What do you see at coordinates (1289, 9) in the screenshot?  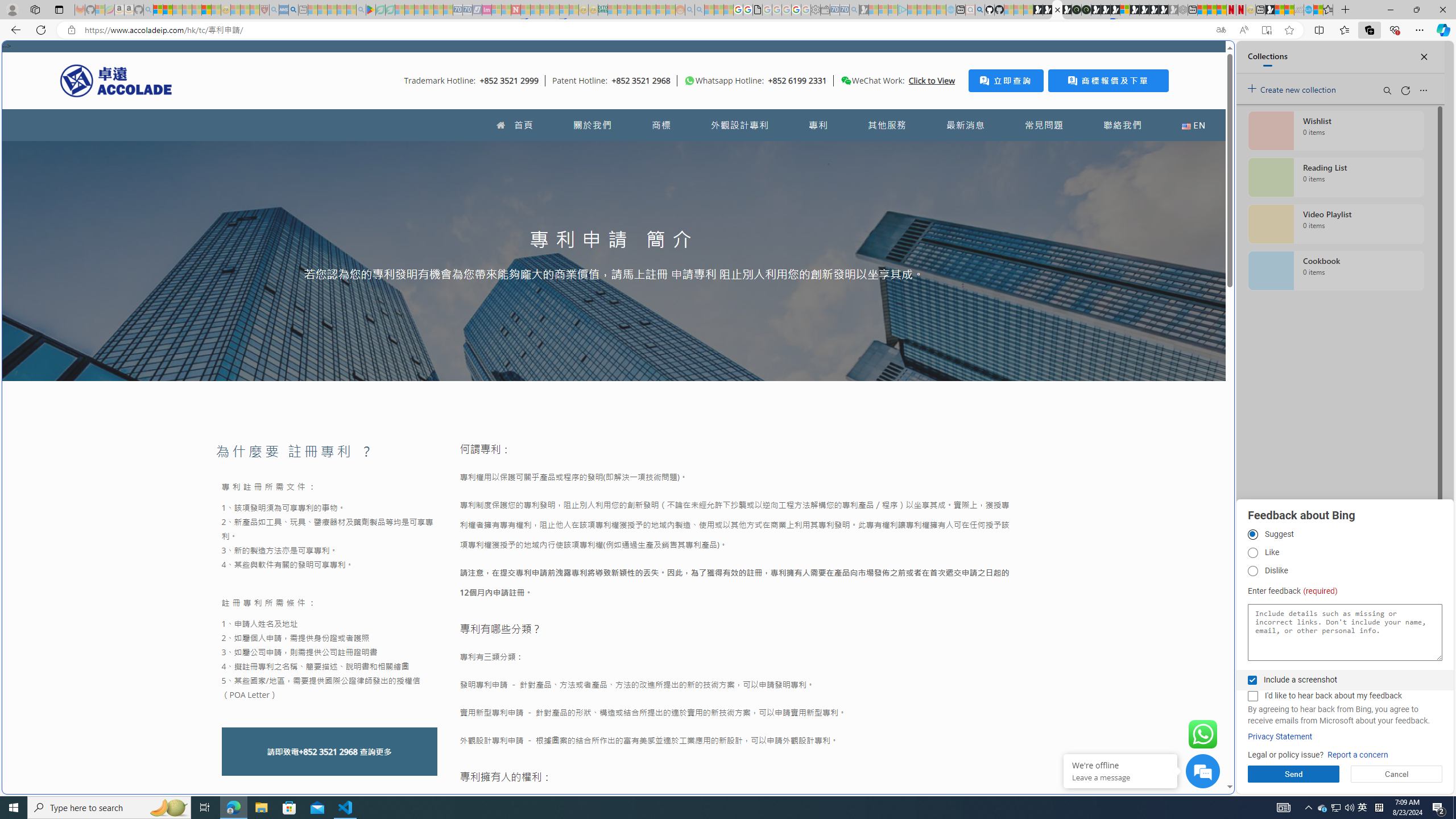 I see `'Earth has six continents not seven, radical new study claims'` at bounding box center [1289, 9].